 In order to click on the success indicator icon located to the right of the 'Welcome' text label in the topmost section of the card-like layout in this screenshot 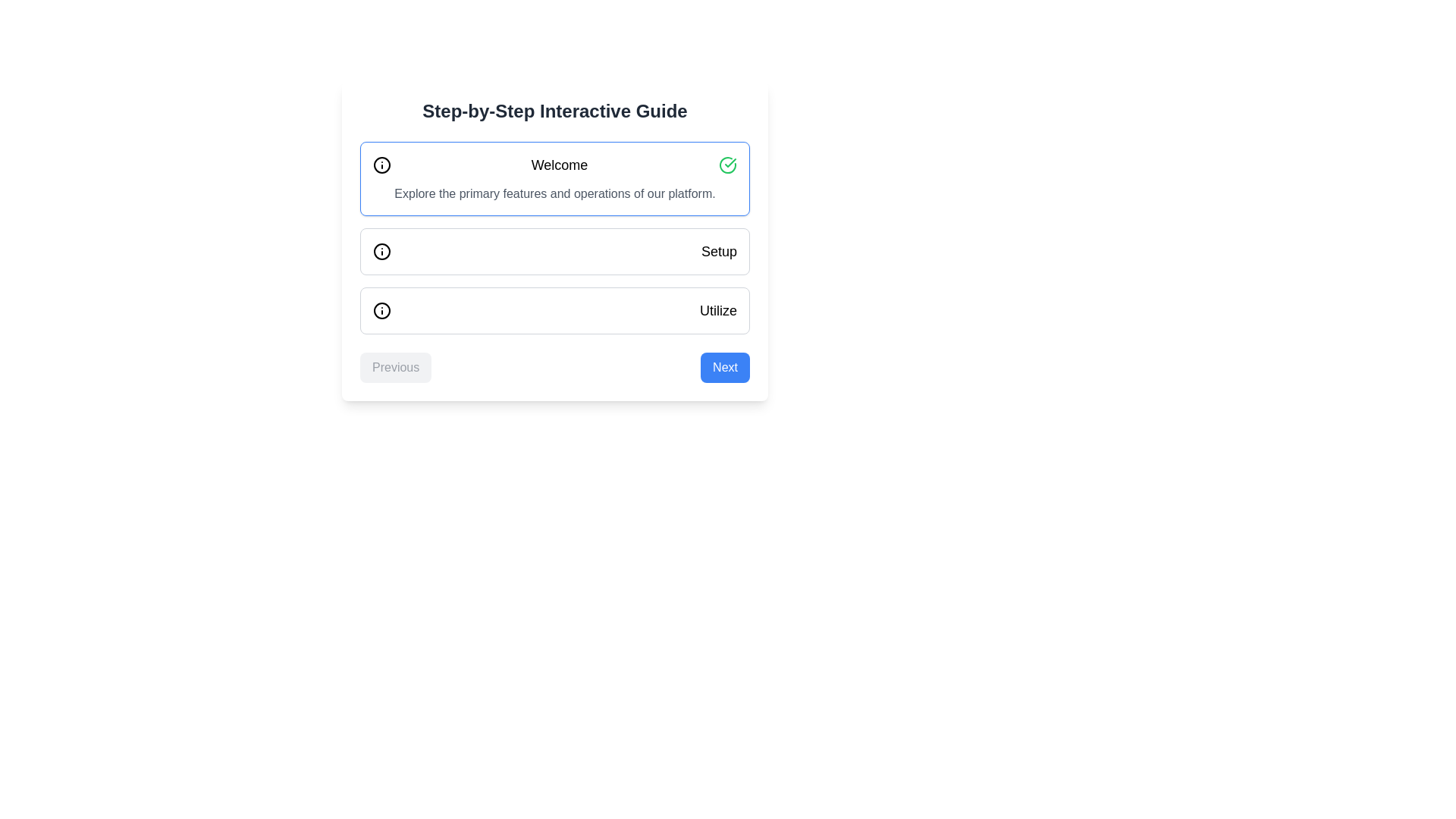, I will do `click(730, 163)`.